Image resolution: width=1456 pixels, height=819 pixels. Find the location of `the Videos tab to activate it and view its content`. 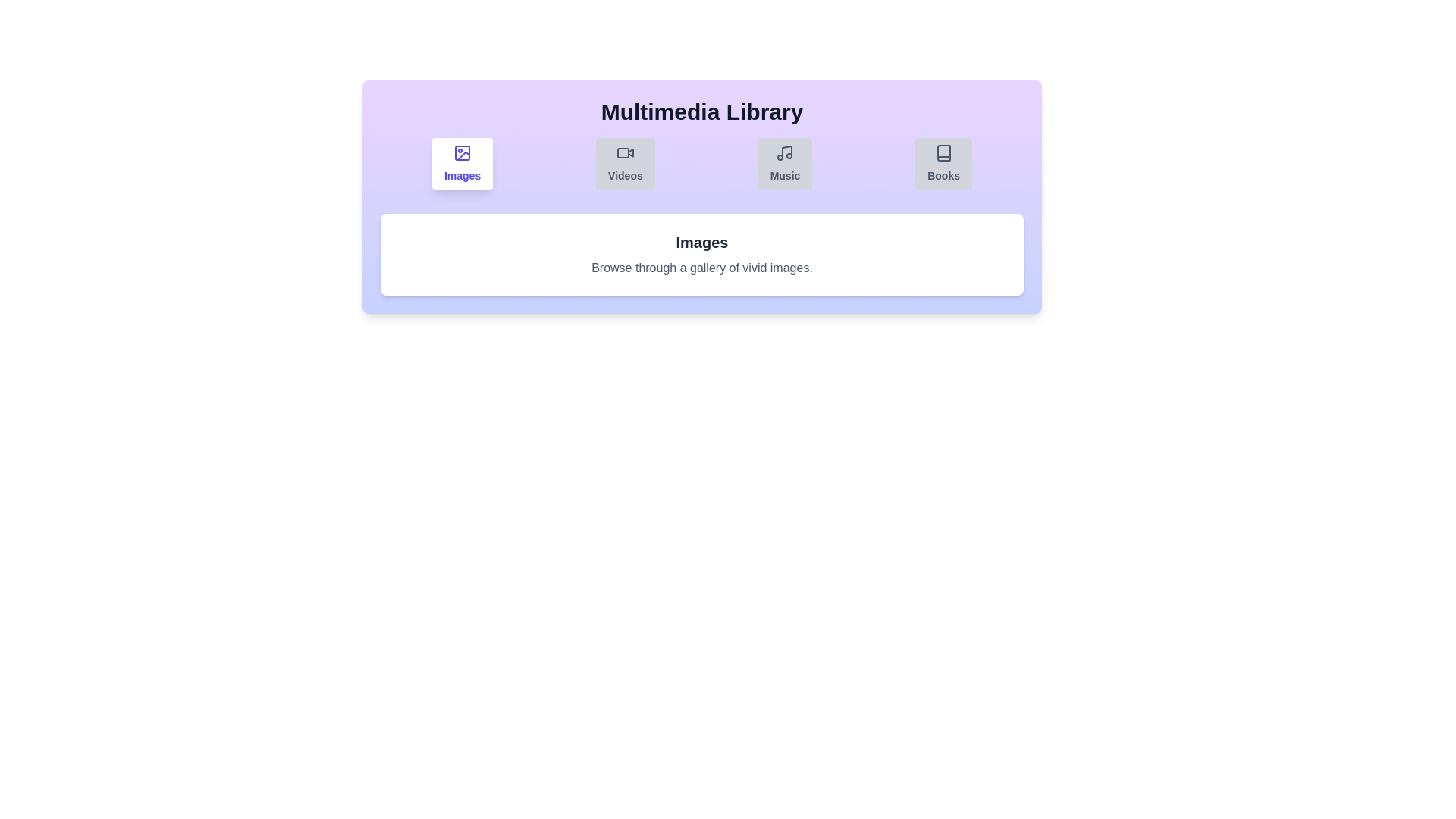

the Videos tab to activate it and view its content is located at coordinates (626, 164).